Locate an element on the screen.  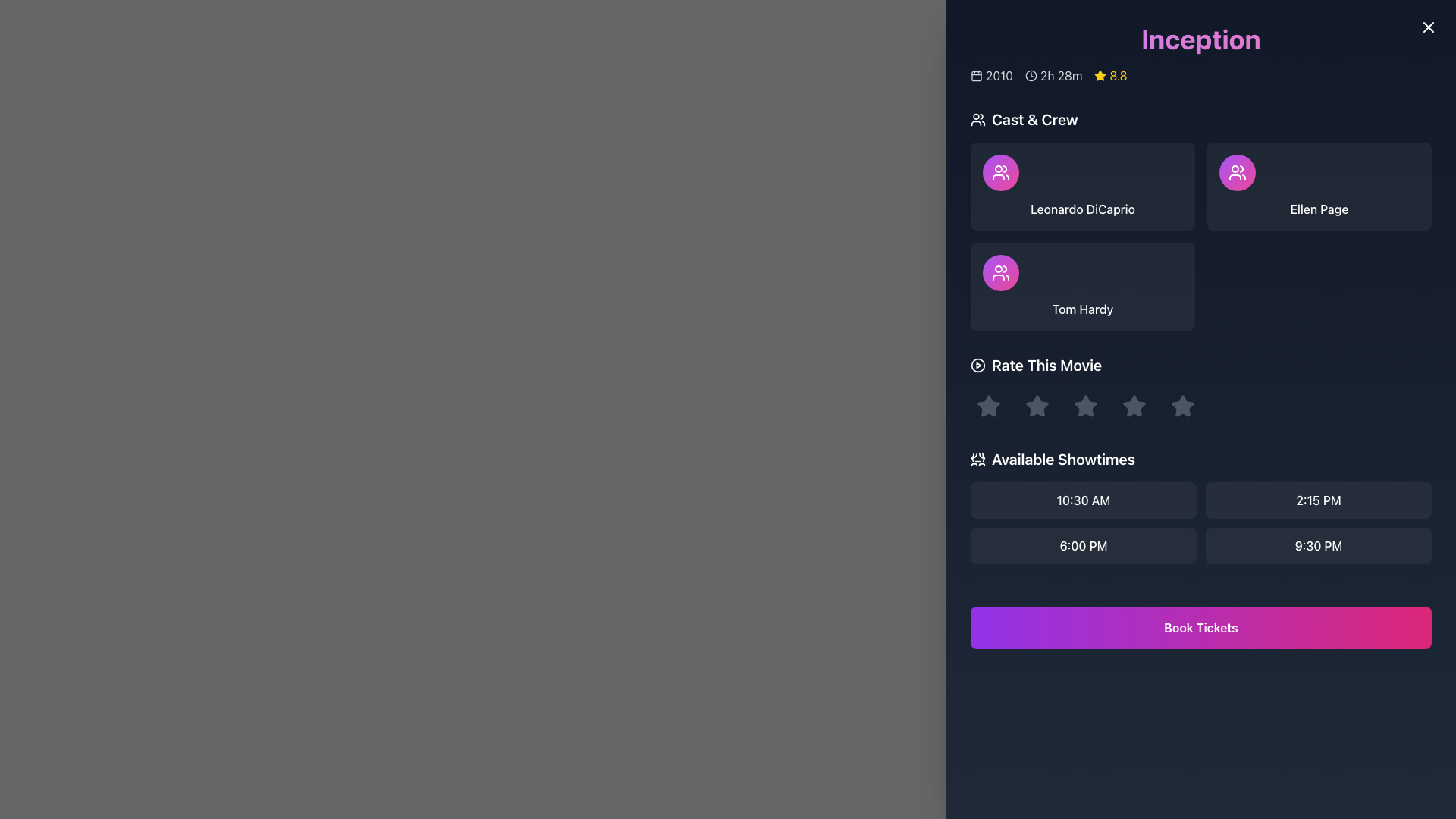
the prominent rectangular Icon element located at the top left of the movie details panel, which is part of a decorative calendar icon is located at coordinates (976, 76).